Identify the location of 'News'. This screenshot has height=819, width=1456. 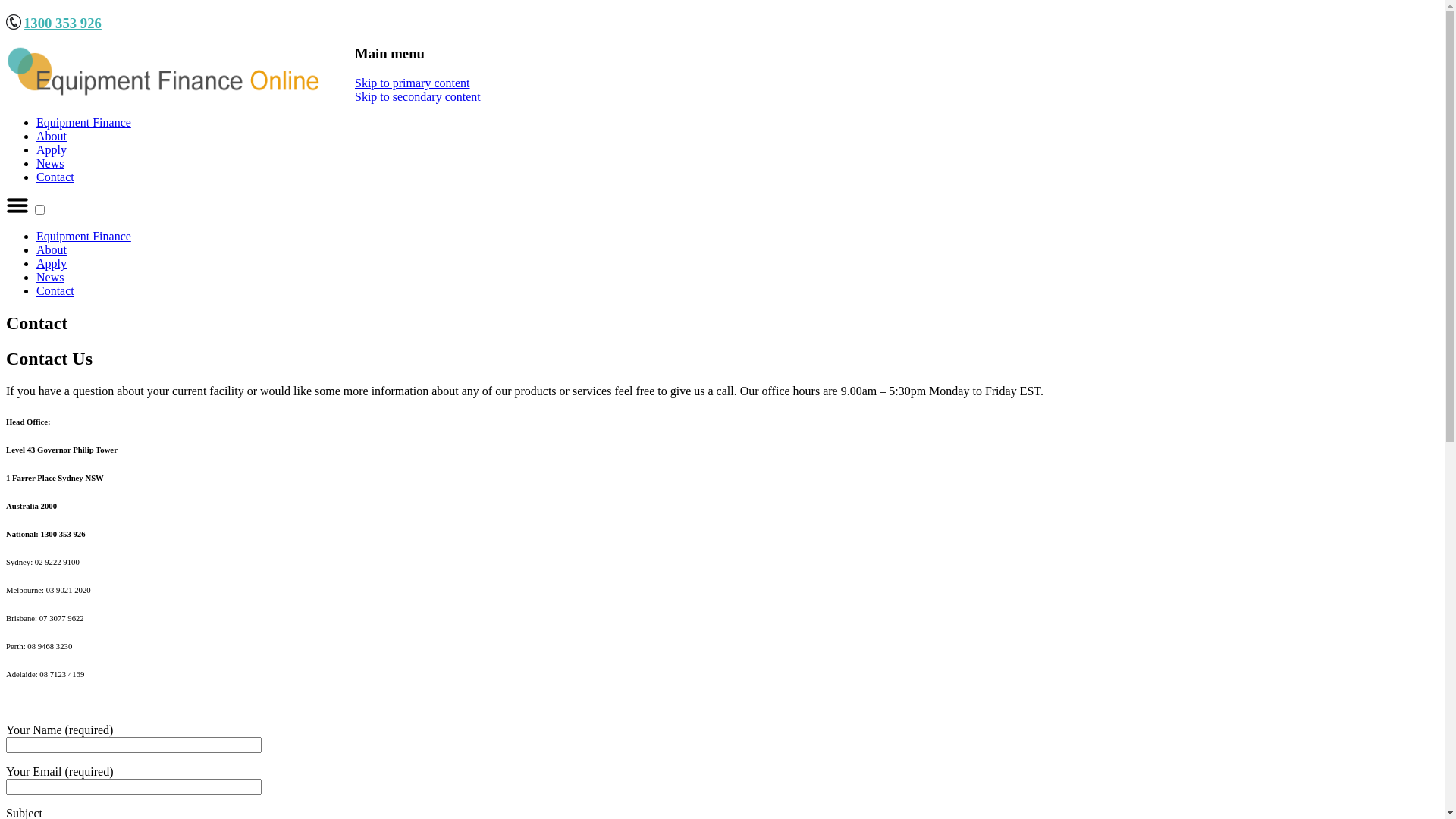
(50, 277).